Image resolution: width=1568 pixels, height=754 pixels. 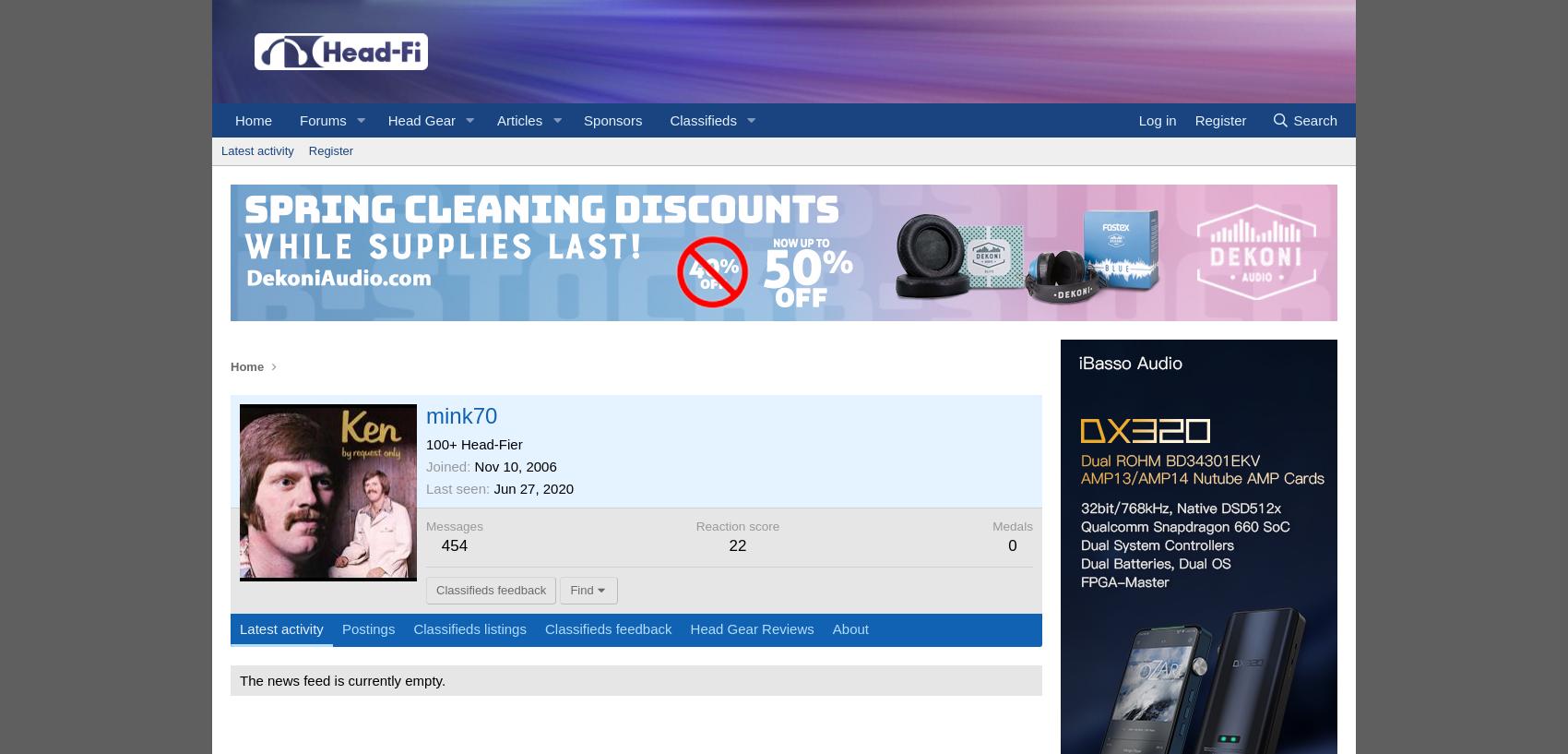 What do you see at coordinates (469, 627) in the screenshot?
I see `'Classifieds listings'` at bounding box center [469, 627].